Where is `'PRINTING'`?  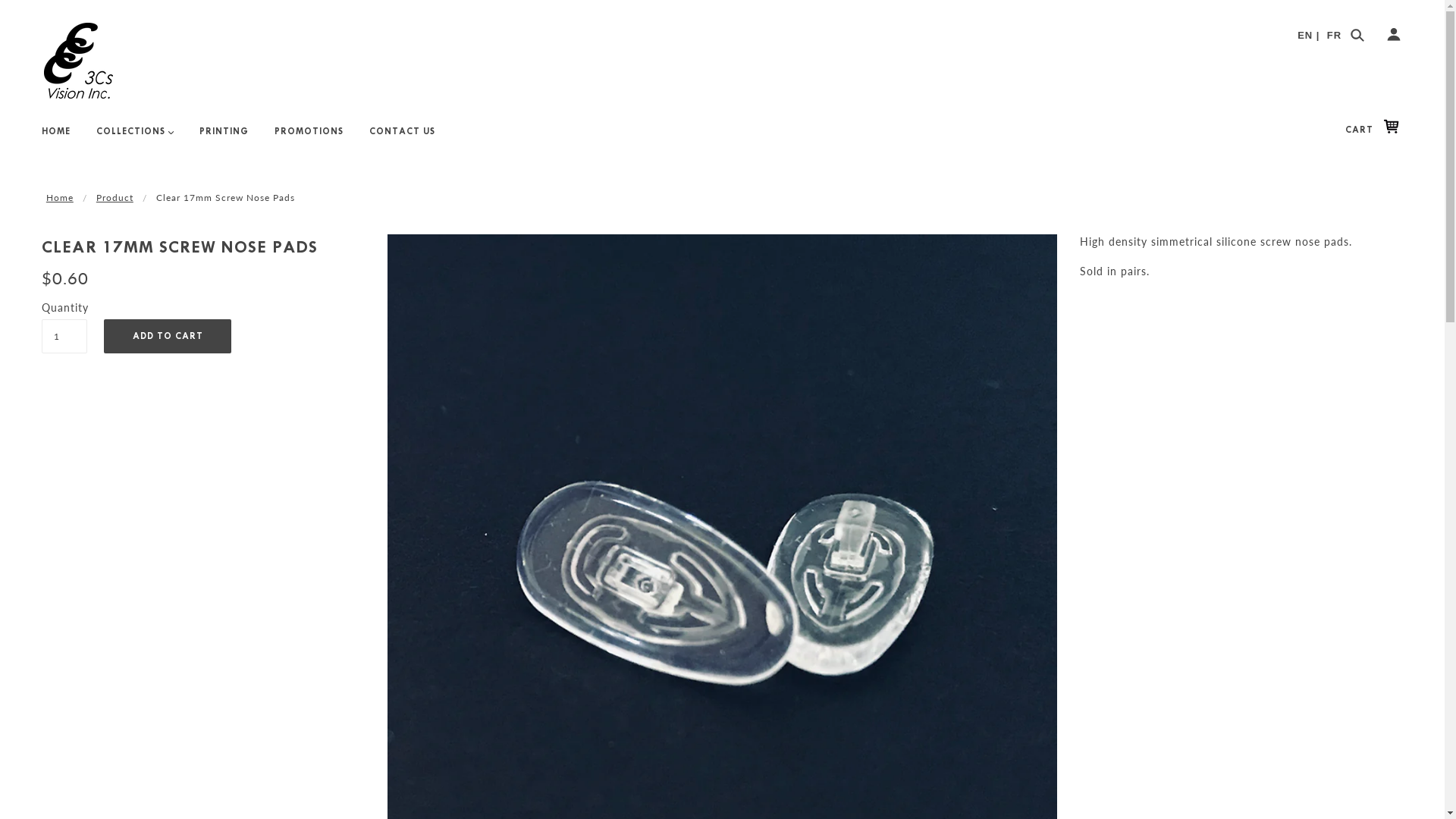
'PRINTING' is located at coordinates (223, 137).